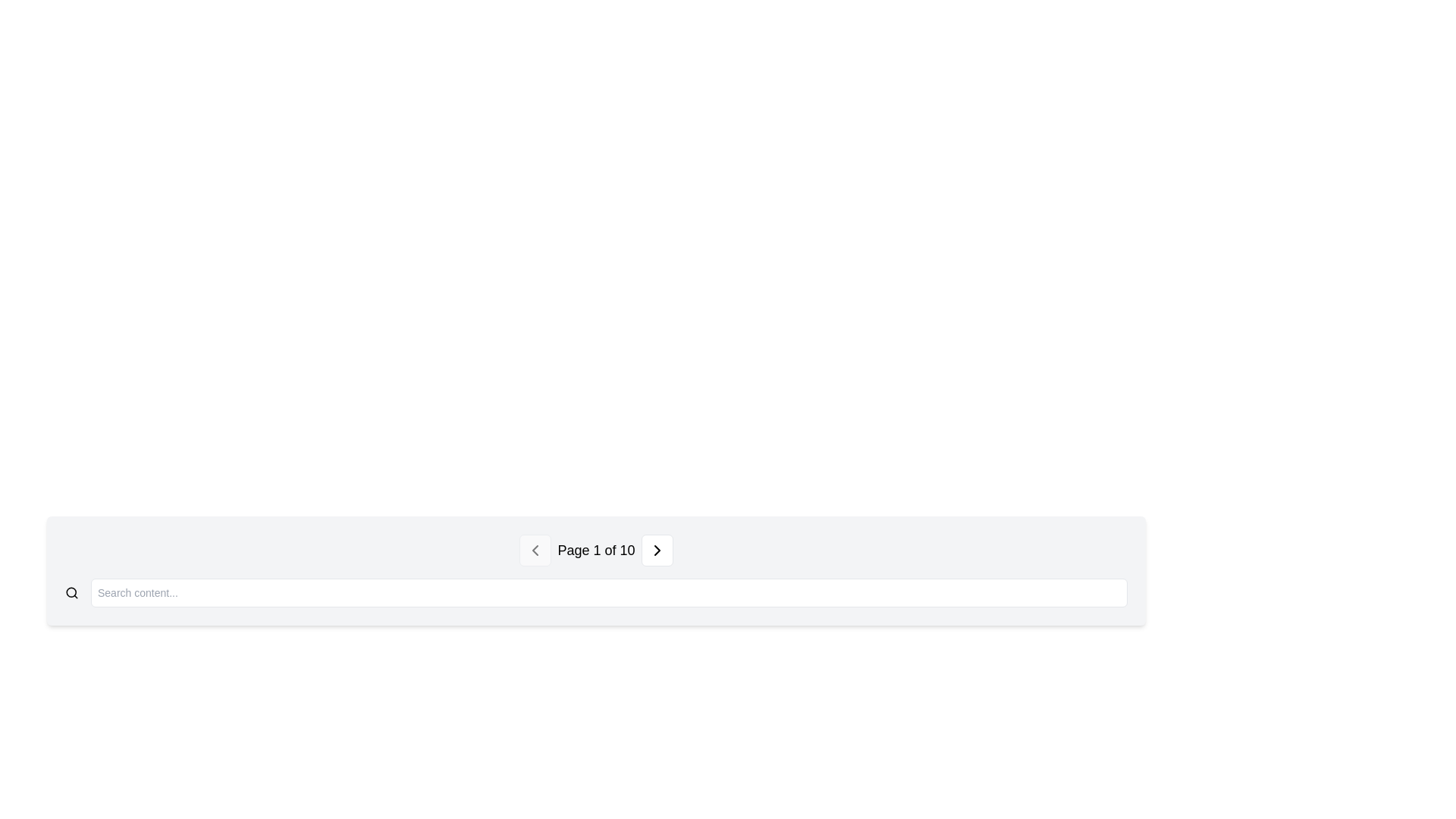 The width and height of the screenshot is (1456, 819). Describe the element at coordinates (71, 592) in the screenshot. I see `the magnifying glass icon to initiate a search, which is located to the left of the search text input field` at that location.